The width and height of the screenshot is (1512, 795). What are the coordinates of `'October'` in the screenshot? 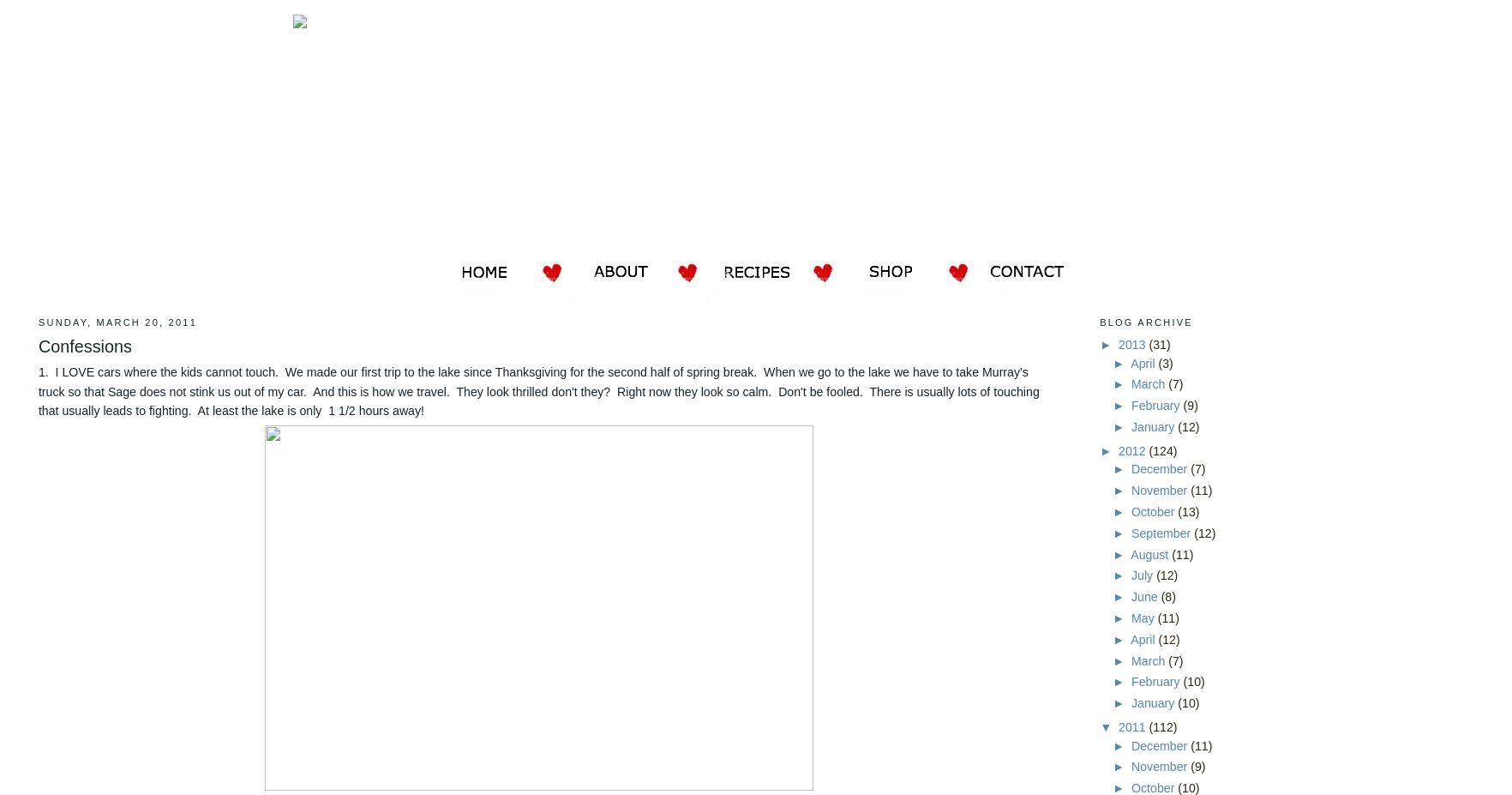 It's located at (1131, 511).